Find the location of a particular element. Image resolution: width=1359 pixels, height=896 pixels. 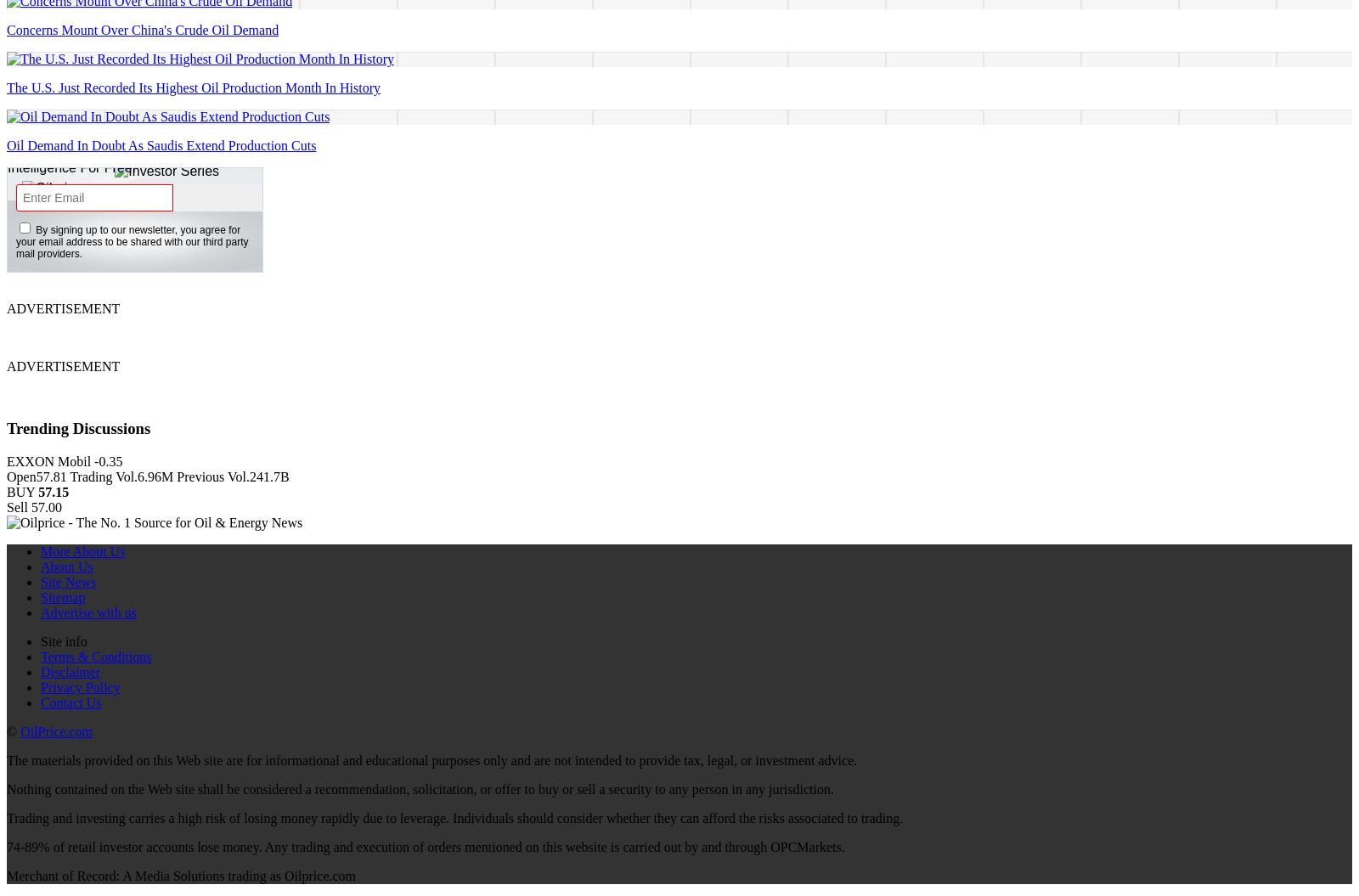

'The materials provided on this Web site are for informational and educational purposes only and are not intended to provide tax, legal, or investment advice.' is located at coordinates (431, 758).